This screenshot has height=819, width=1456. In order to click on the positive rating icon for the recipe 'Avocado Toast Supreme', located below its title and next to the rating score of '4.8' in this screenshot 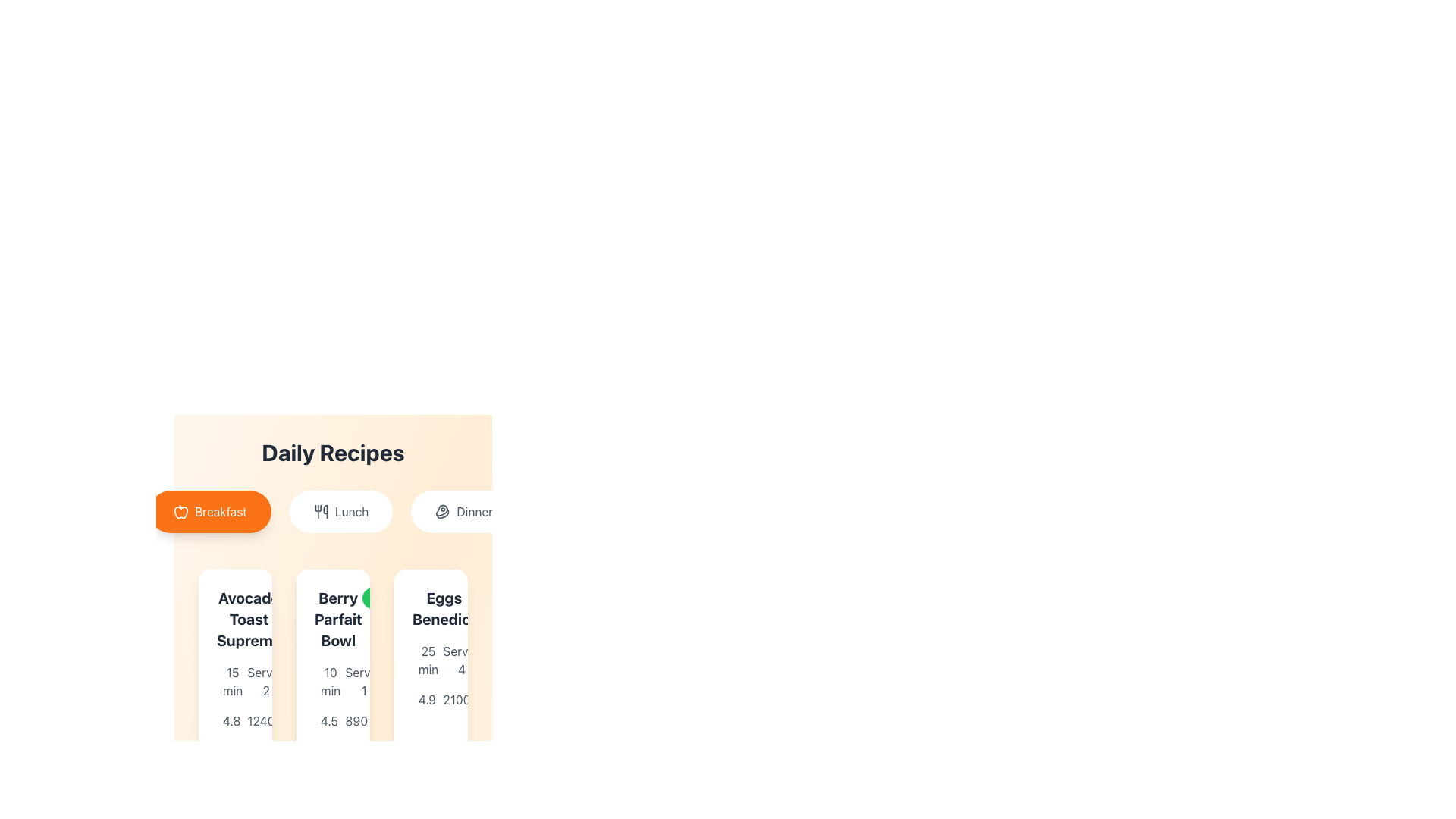, I will do `click(250, 721)`.